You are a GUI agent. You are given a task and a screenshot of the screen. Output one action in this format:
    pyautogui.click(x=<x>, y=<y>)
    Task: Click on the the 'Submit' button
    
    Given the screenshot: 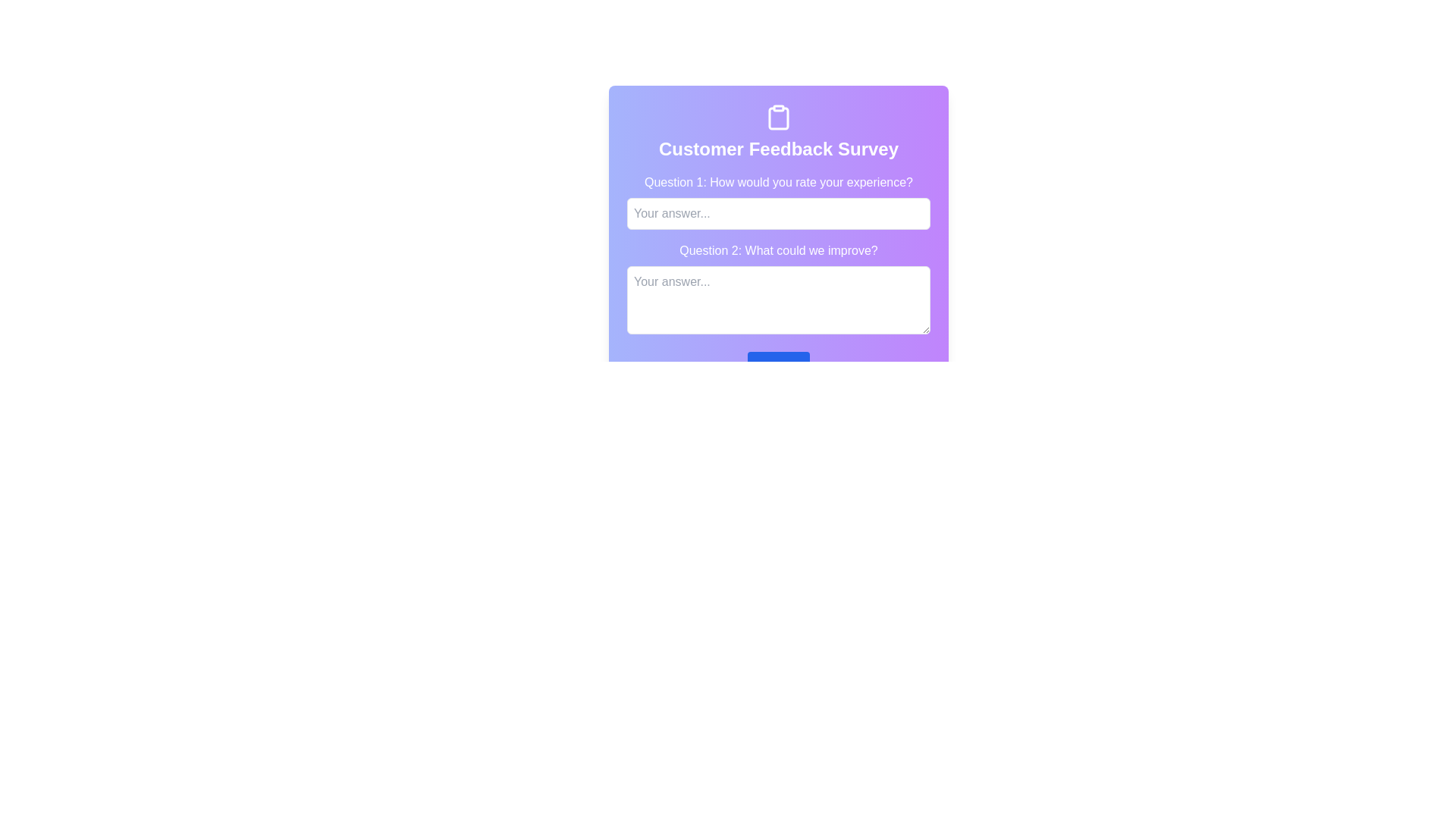 What is the action you would take?
    pyautogui.click(x=779, y=366)
    